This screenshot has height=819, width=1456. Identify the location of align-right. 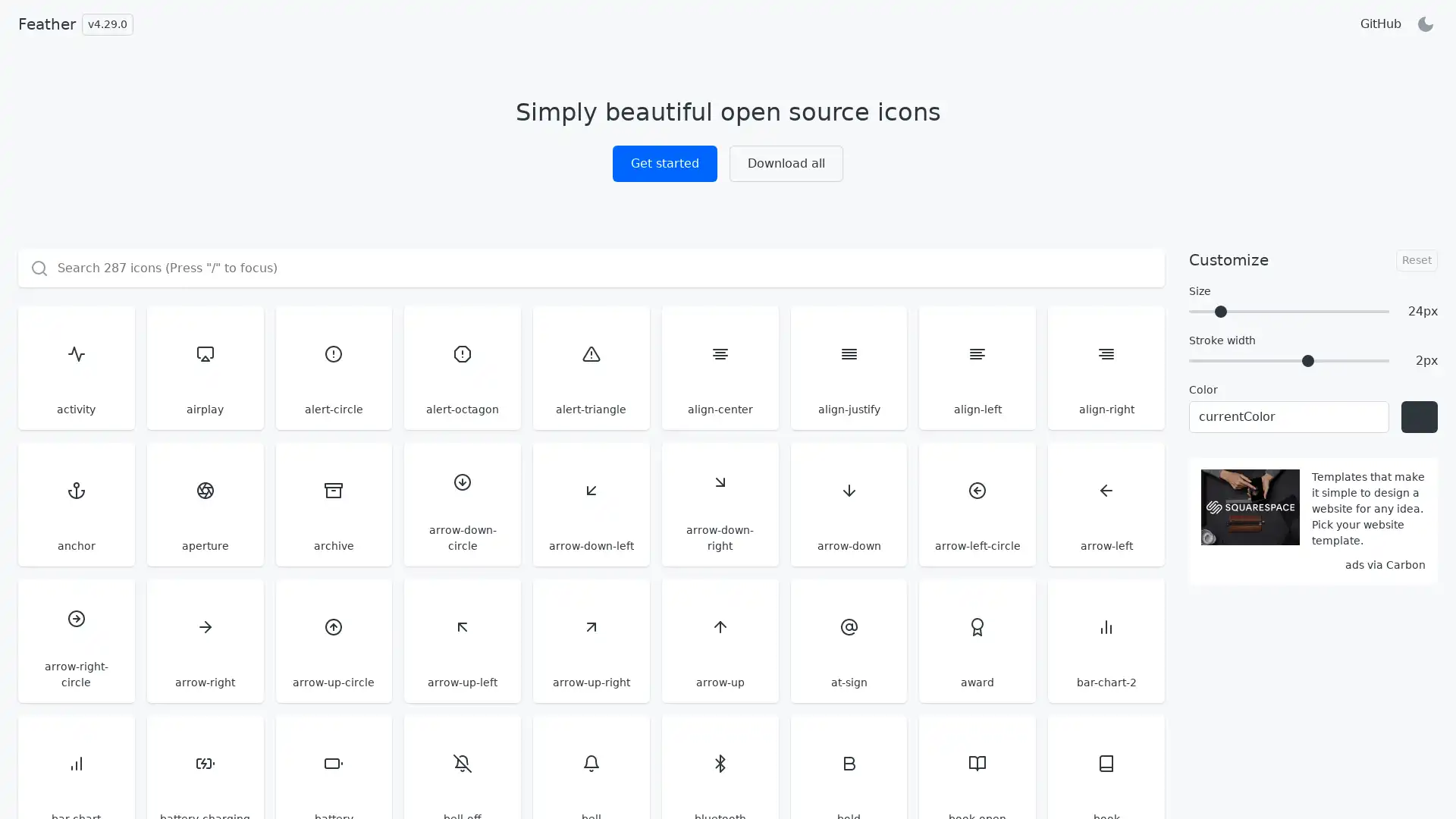
(1106, 368).